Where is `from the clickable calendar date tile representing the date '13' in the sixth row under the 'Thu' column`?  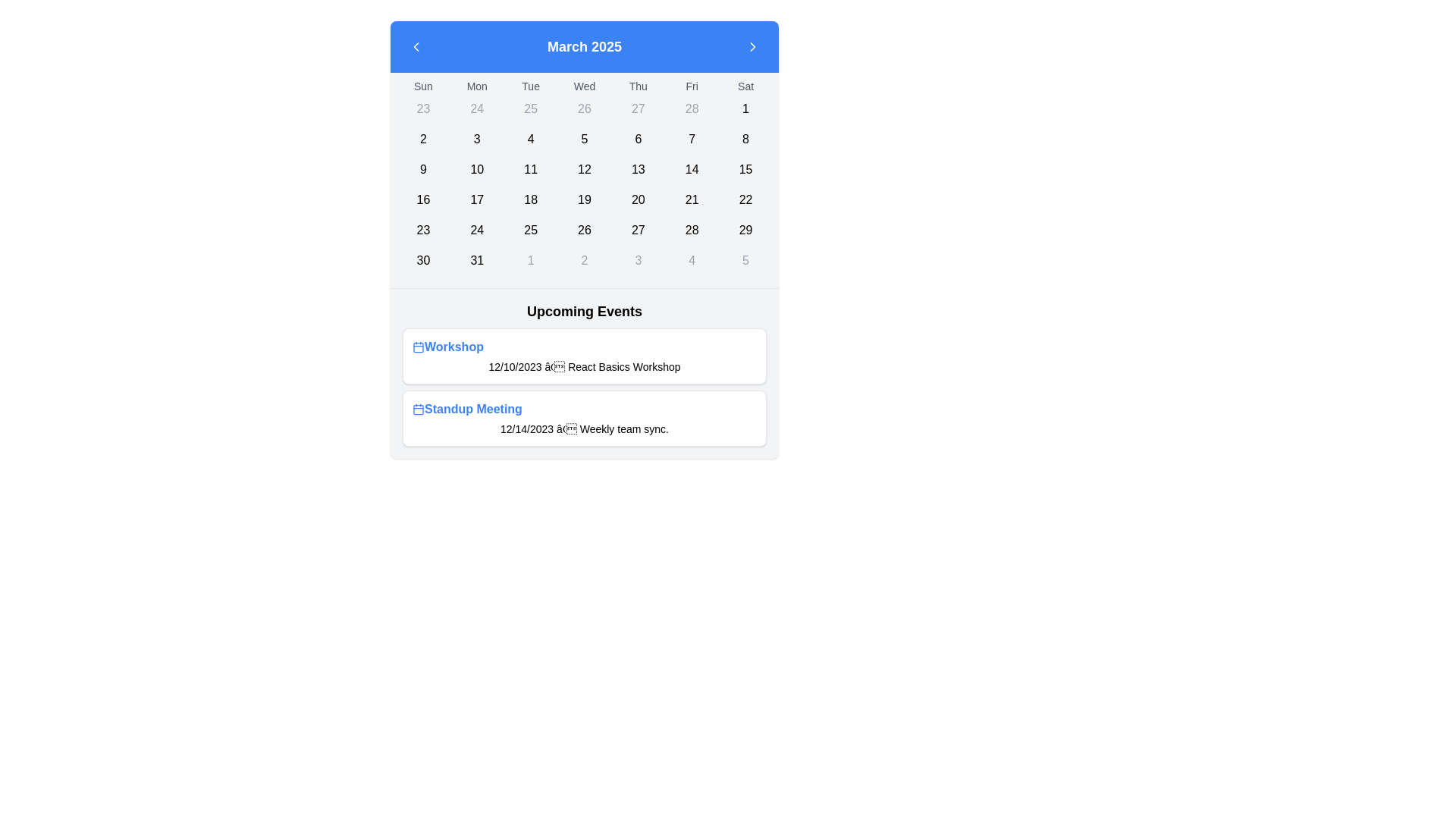
from the clickable calendar date tile representing the date '13' in the sixth row under the 'Thu' column is located at coordinates (638, 169).